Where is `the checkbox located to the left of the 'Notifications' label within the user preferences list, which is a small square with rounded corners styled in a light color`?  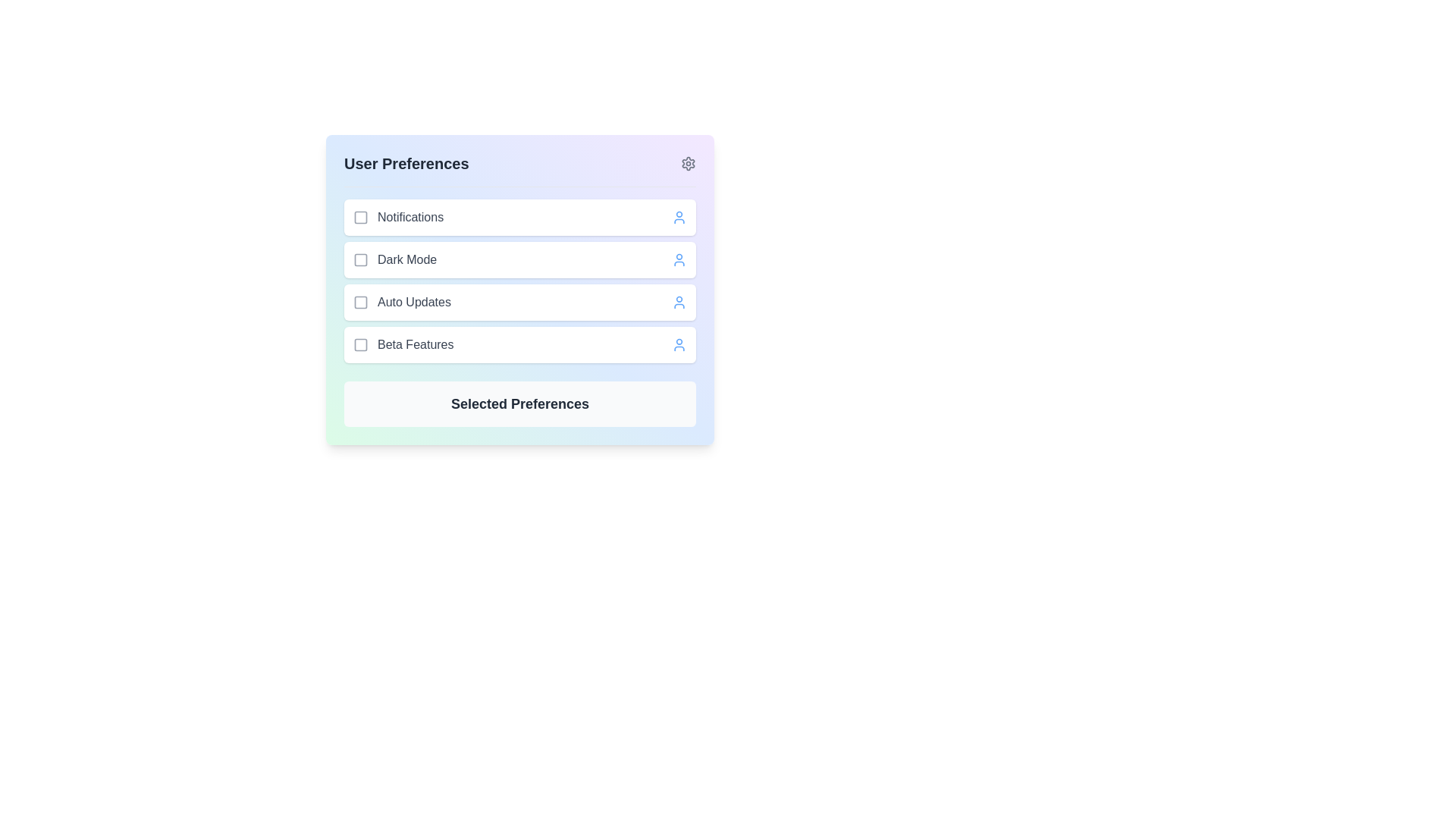
the checkbox located to the left of the 'Notifications' label within the user preferences list, which is a small square with rounded corners styled in a light color is located at coordinates (359, 217).